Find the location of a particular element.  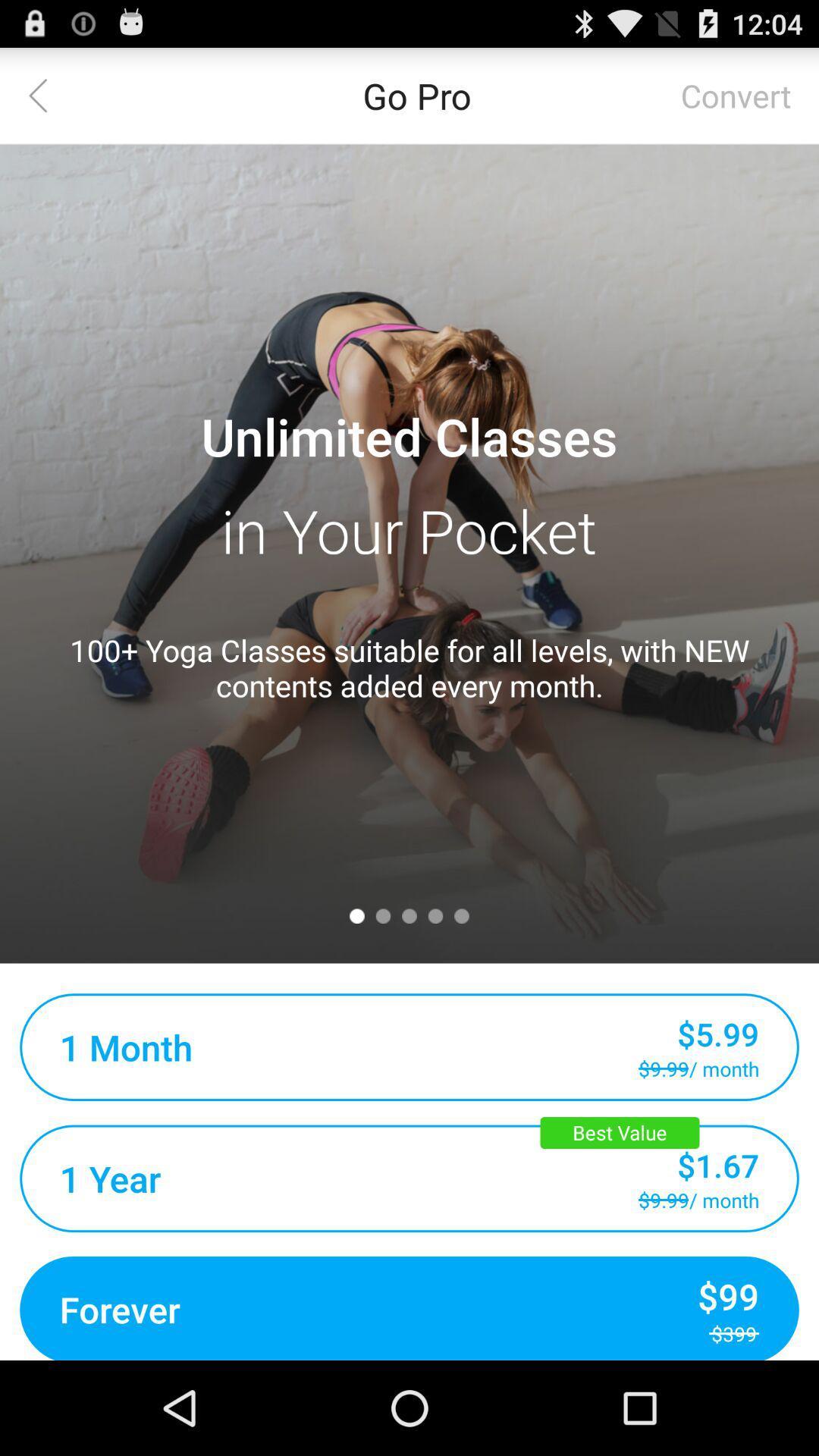

go back is located at coordinates (46, 94).